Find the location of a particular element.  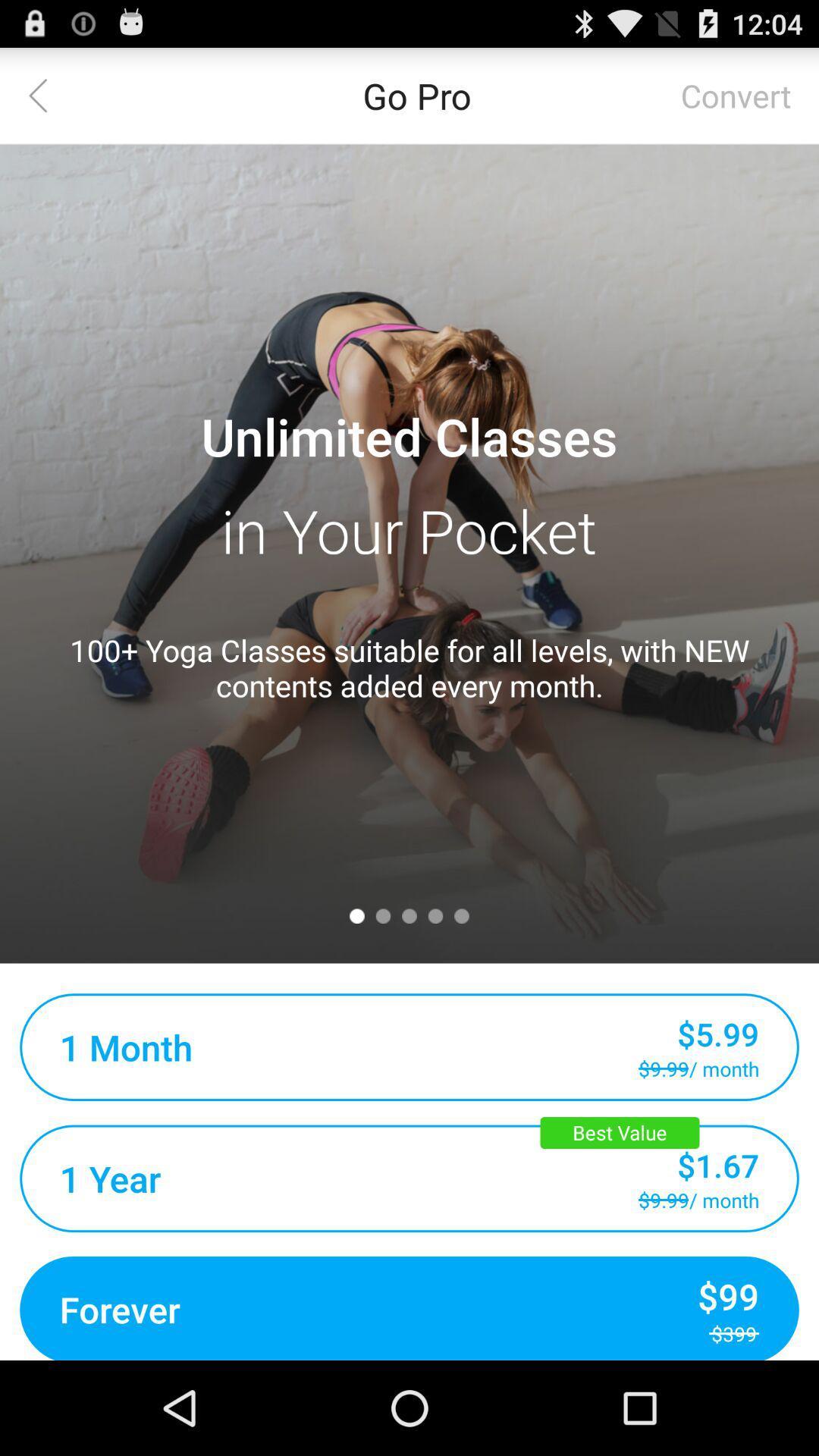

go back is located at coordinates (46, 94).